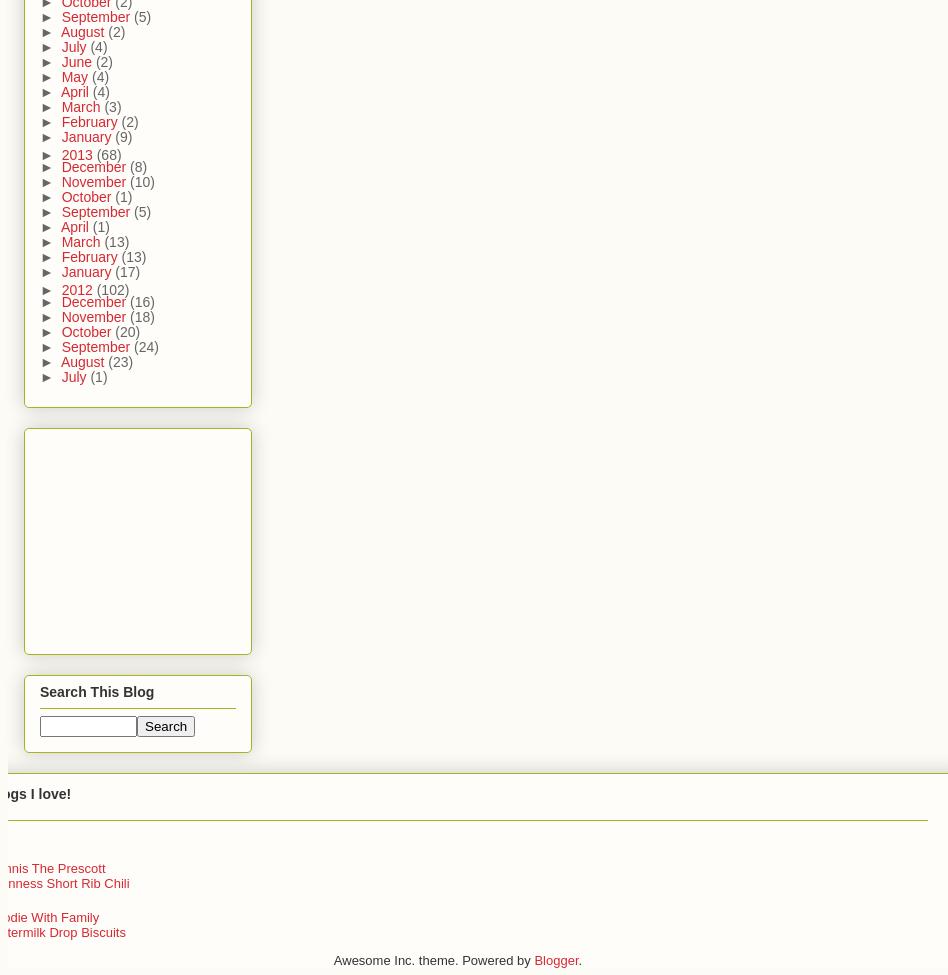 The width and height of the screenshot is (948, 975). Describe the element at coordinates (112, 289) in the screenshot. I see `'(102)'` at that location.